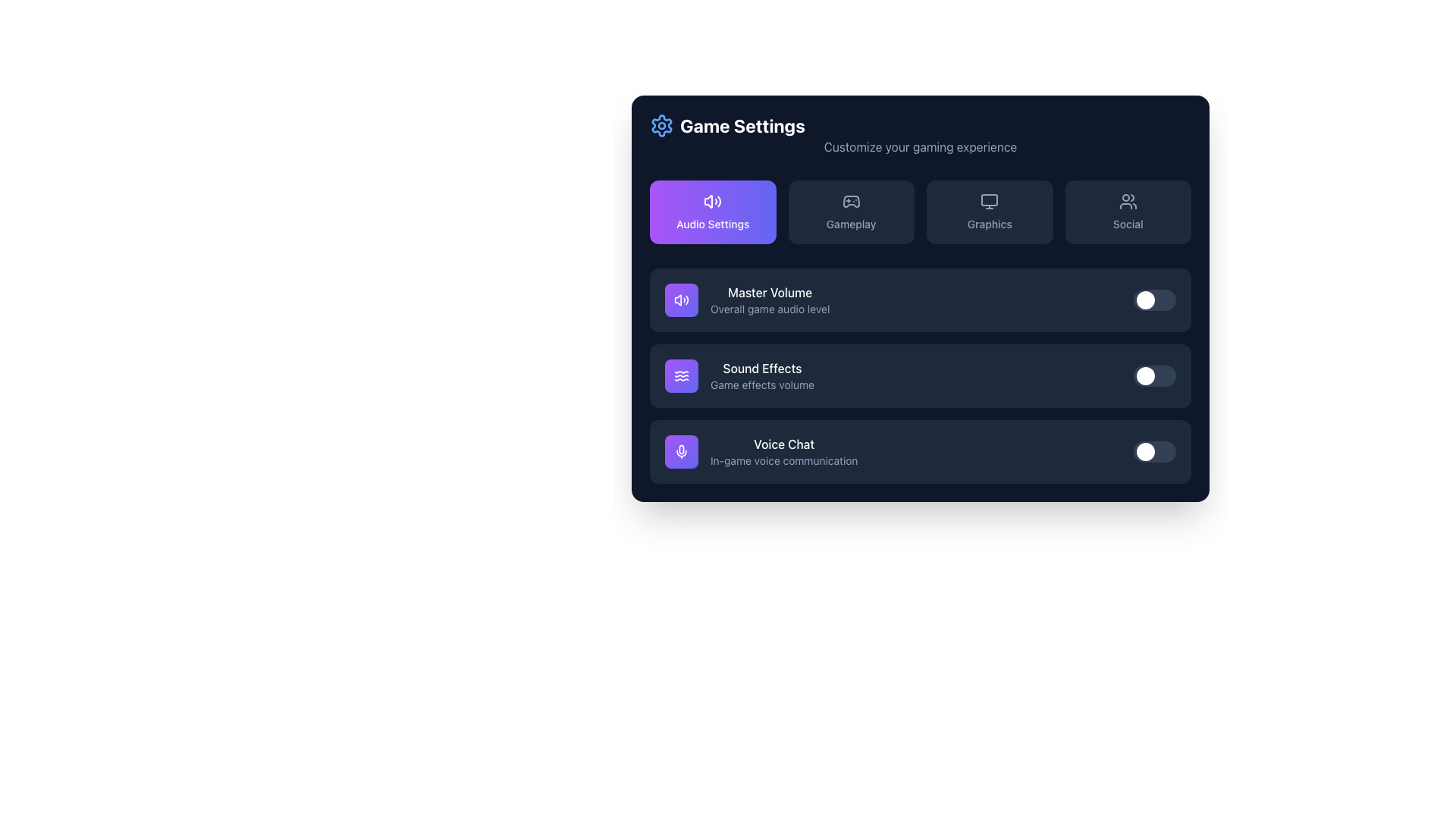 This screenshot has height=819, width=1456. Describe the element at coordinates (990, 212) in the screenshot. I see `the Graphics settings button located in the third column of the Game Settings menu to observe hover effects` at that location.